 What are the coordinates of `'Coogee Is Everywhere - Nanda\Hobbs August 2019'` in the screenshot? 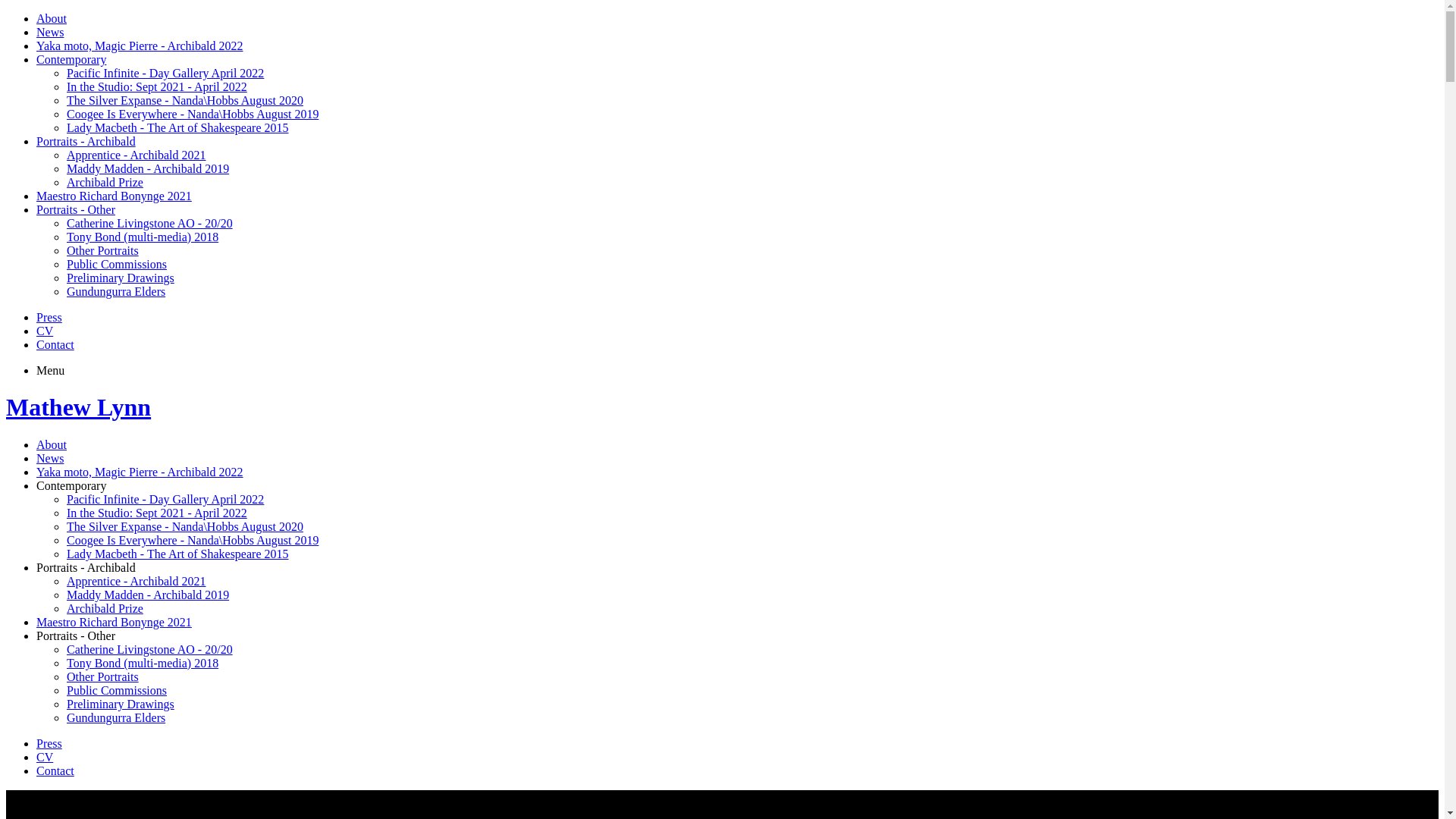 It's located at (192, 539).